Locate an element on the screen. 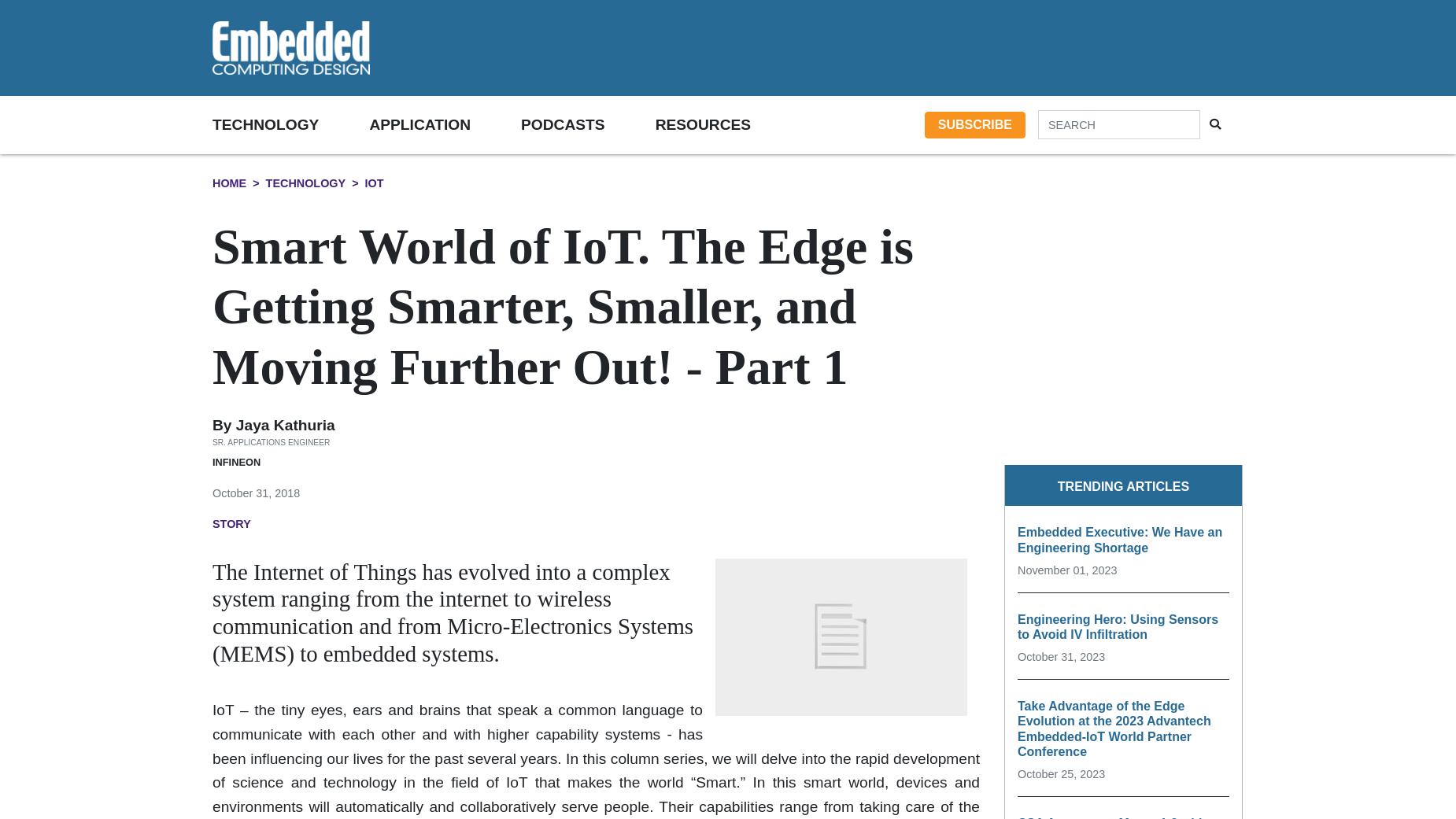  'Take Advantage of the Edge Evolution at the 2023 Advantech Embedded-IoT World Partner Conference' is located at coordinates (1016, 727).